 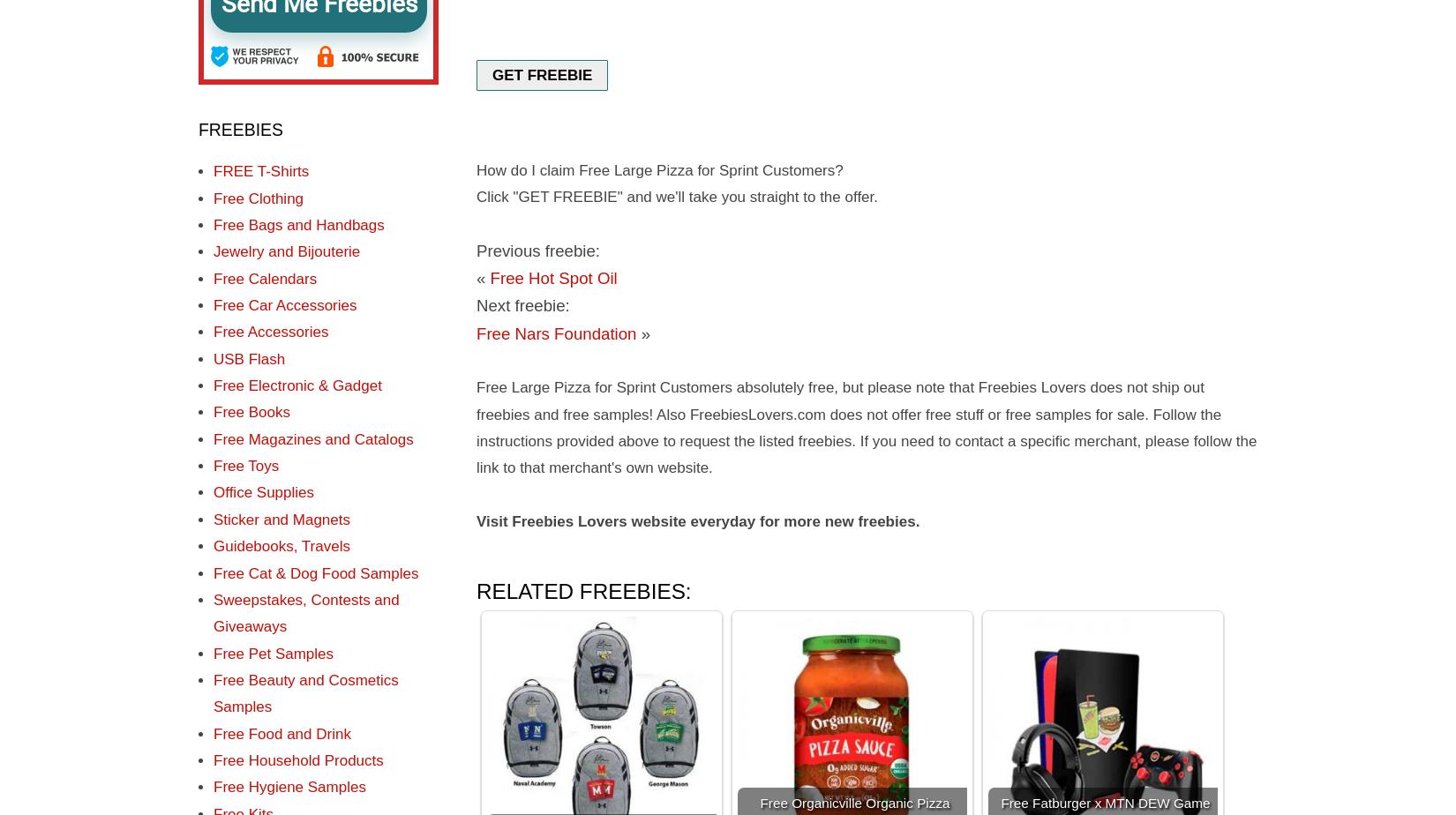 I want to click on 'Related freebies:', so click(x=582, y=590).